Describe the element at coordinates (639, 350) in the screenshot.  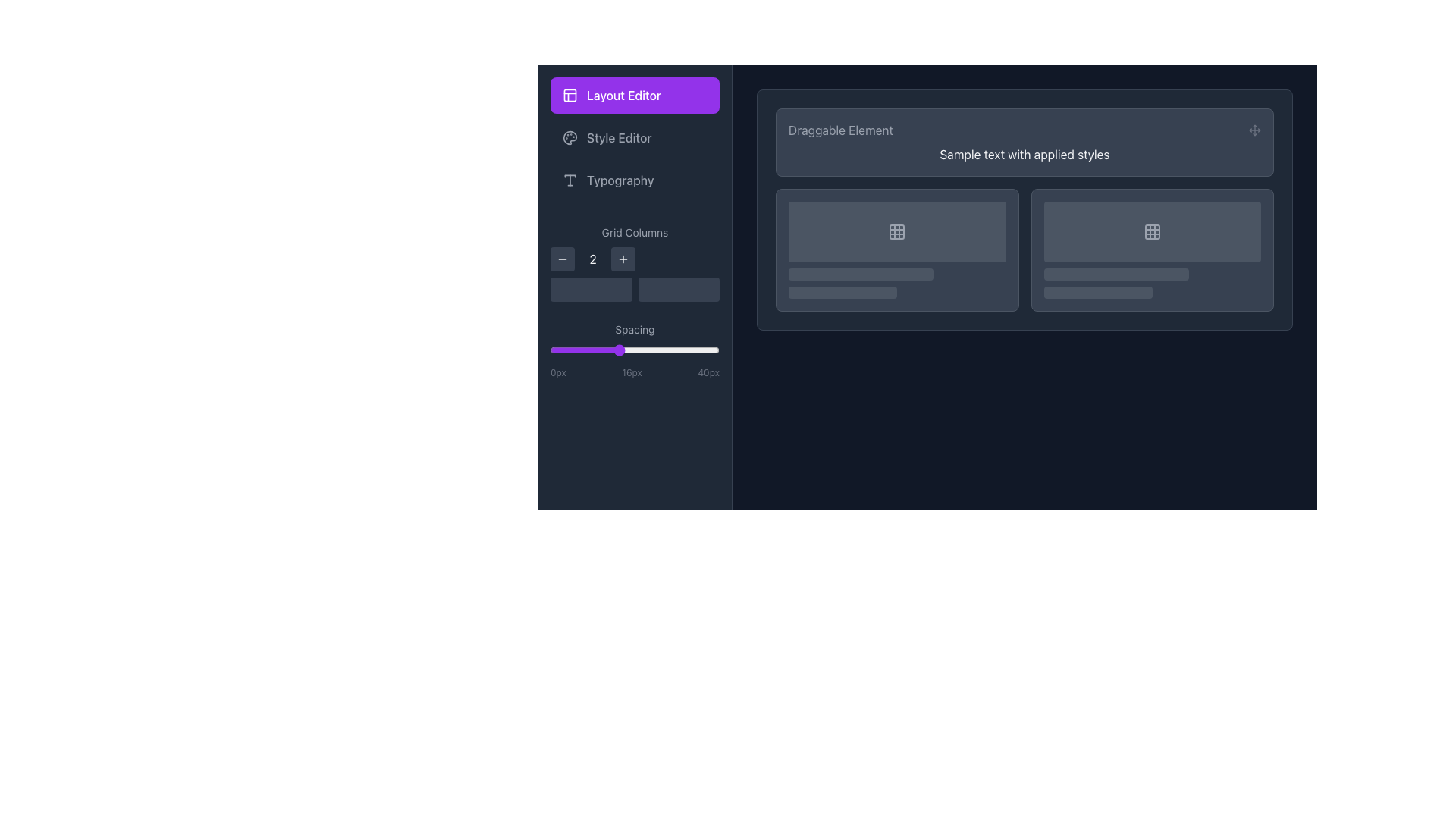
I see `spacing` at that location.